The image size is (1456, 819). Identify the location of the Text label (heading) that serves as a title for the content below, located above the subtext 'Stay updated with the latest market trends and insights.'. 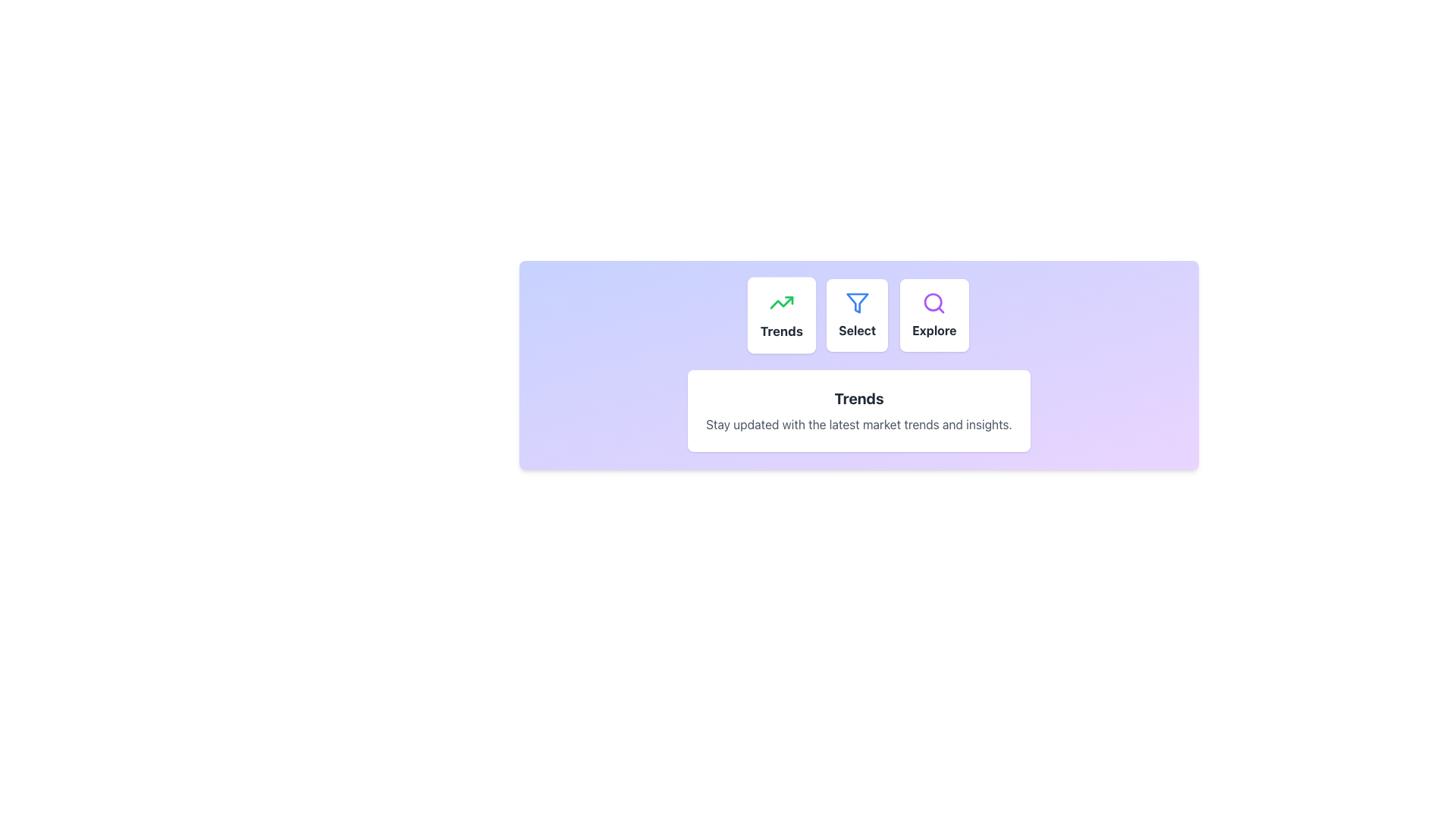
(858, 397).